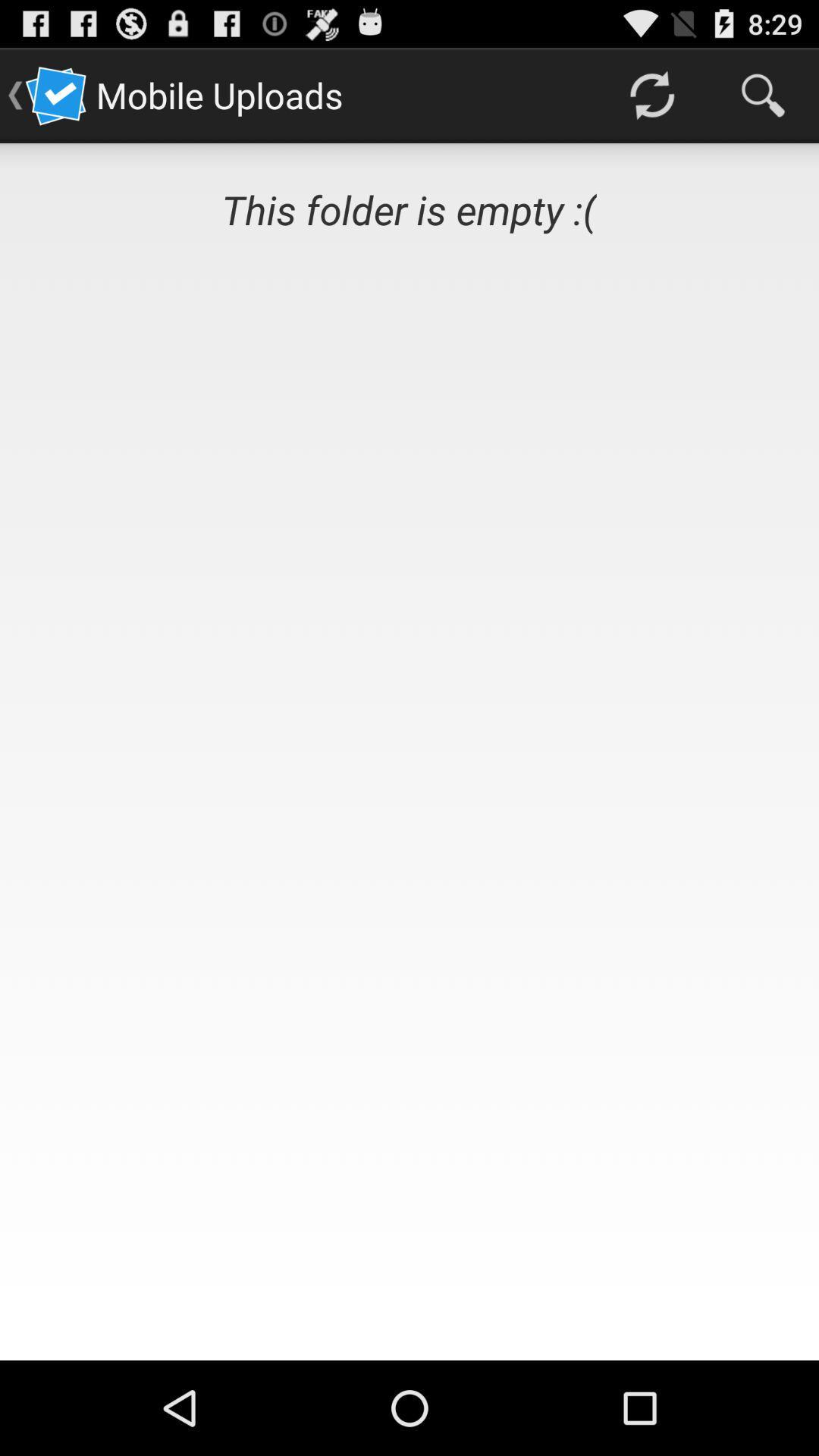 Image resolution: width=819 pixels, height=1456 pixels. What do you see at coordinates (651, 94) in the screenshot?
I see `the app next to the mobile uploads` at bounding box center [651, 94].